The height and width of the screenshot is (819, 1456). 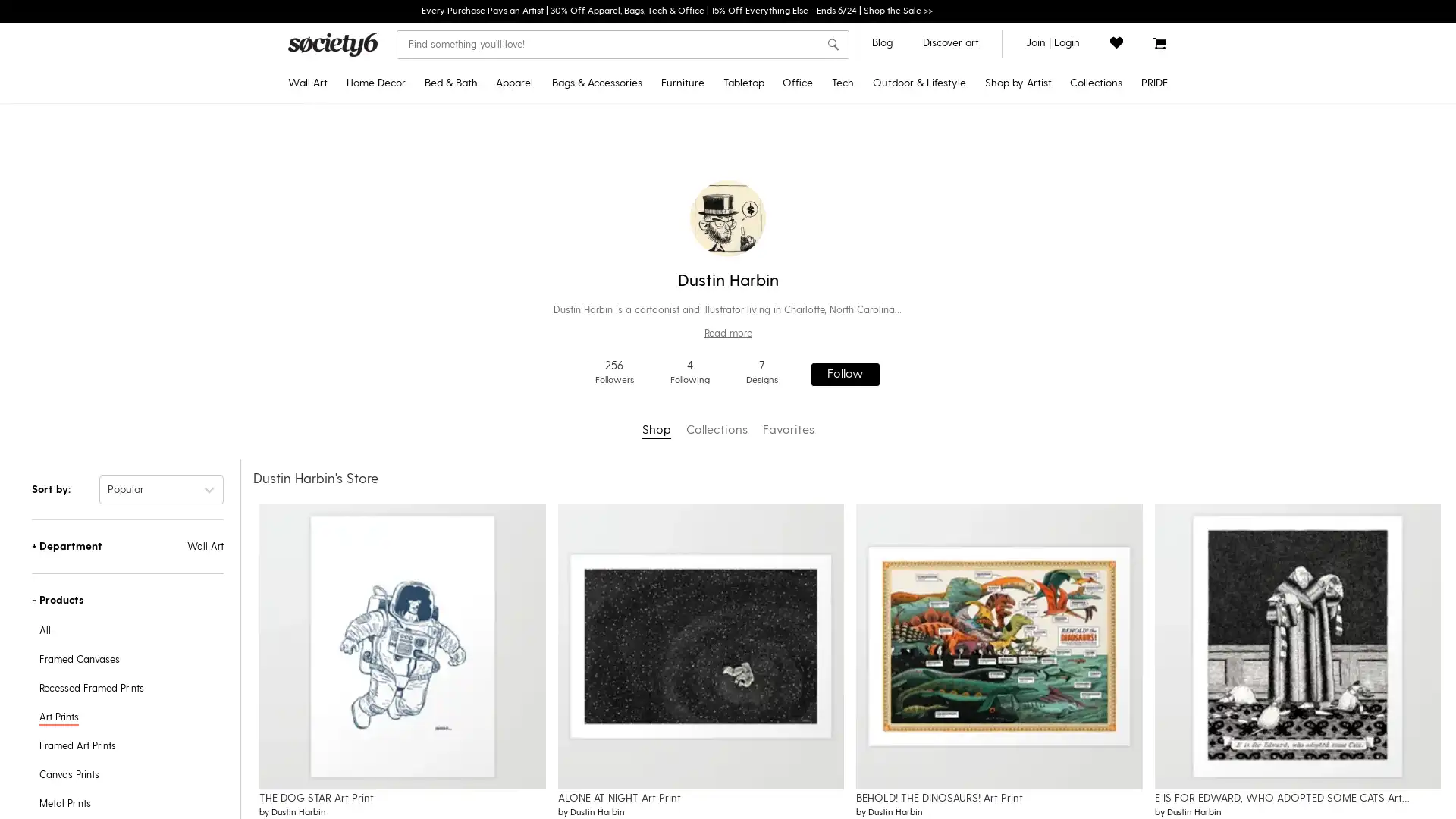 What do you see at coordinates (939, 121) in the screenshot?
I see `Outdoor RugsNEW` at bounding box center [939, 121].